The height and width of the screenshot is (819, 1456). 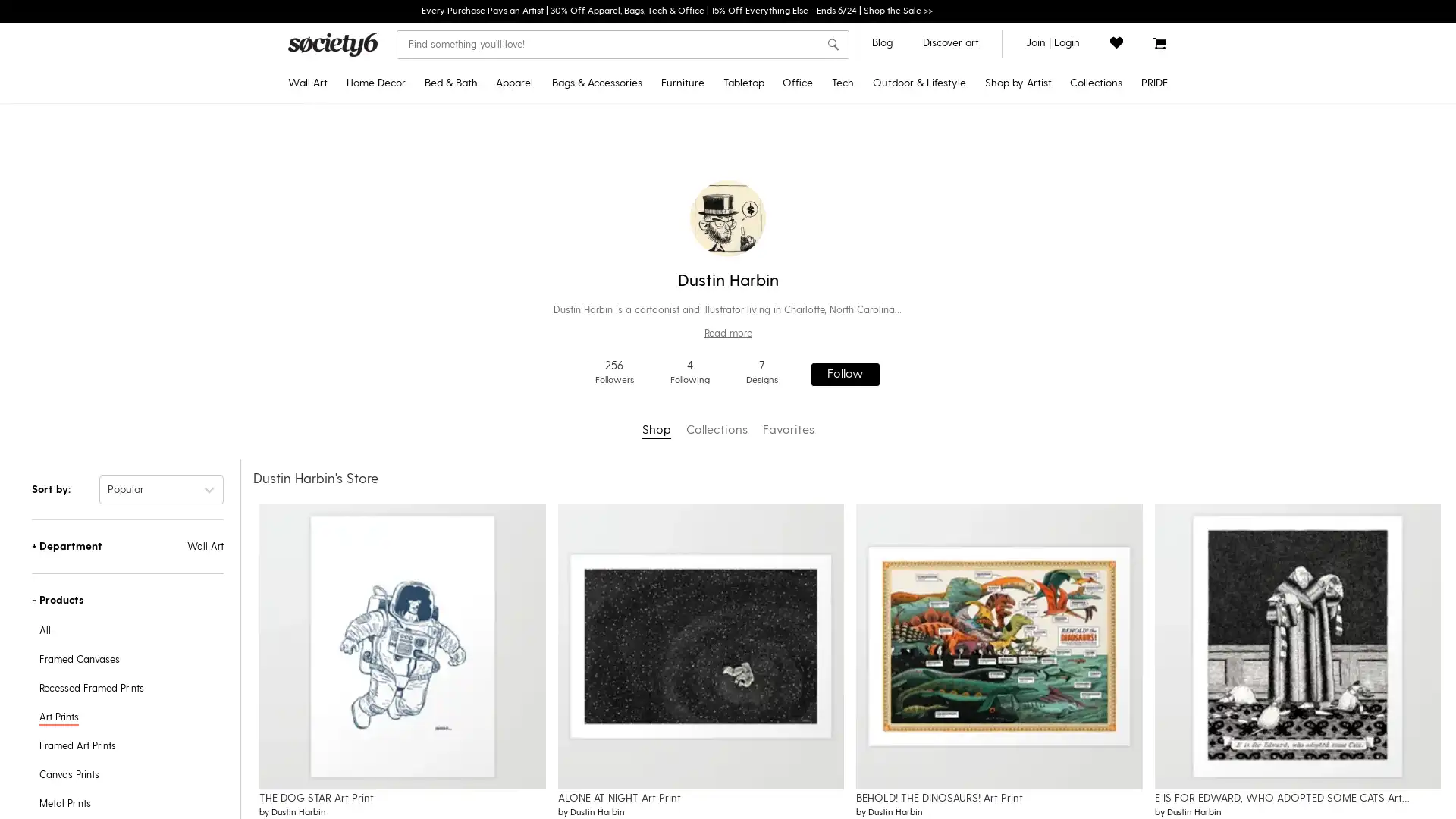 What do you see at coordinates (939, 121) in the screenshot?
I see `Outdoor RugsNEW` at bounding box center [939, 121].